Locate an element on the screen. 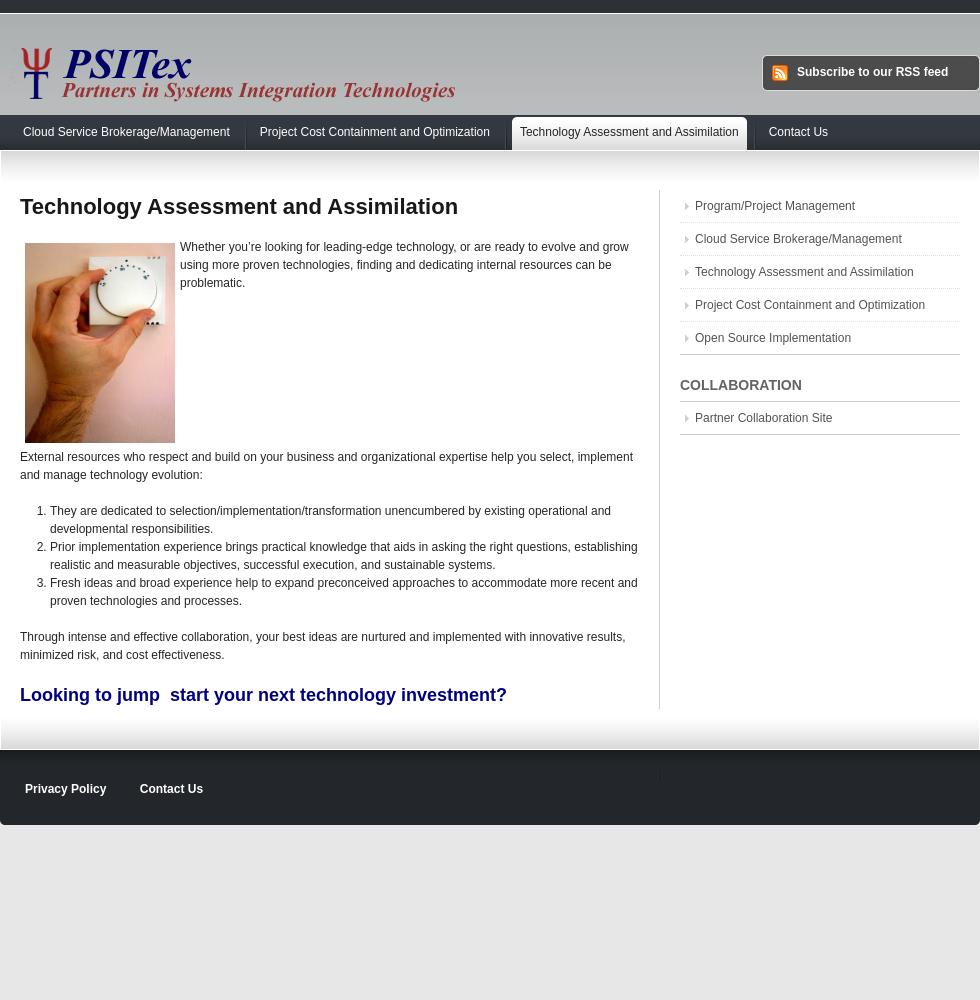 Image resolution: width=980 pixels, height=1000 pixels. 'Program/Project Management' is located at coordinates (774, 205).